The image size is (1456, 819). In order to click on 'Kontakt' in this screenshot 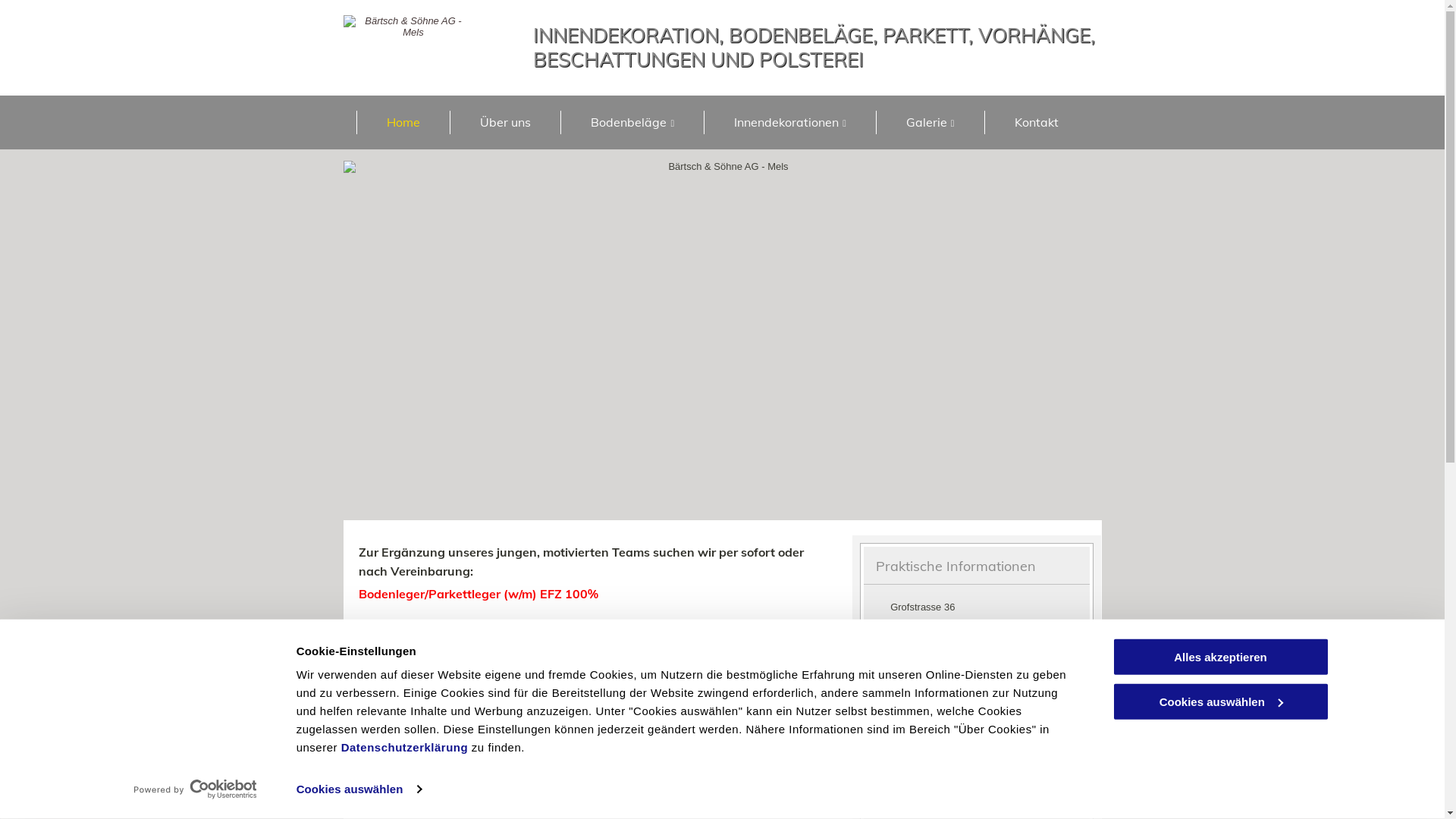, I will do `click(1035, 121)`.